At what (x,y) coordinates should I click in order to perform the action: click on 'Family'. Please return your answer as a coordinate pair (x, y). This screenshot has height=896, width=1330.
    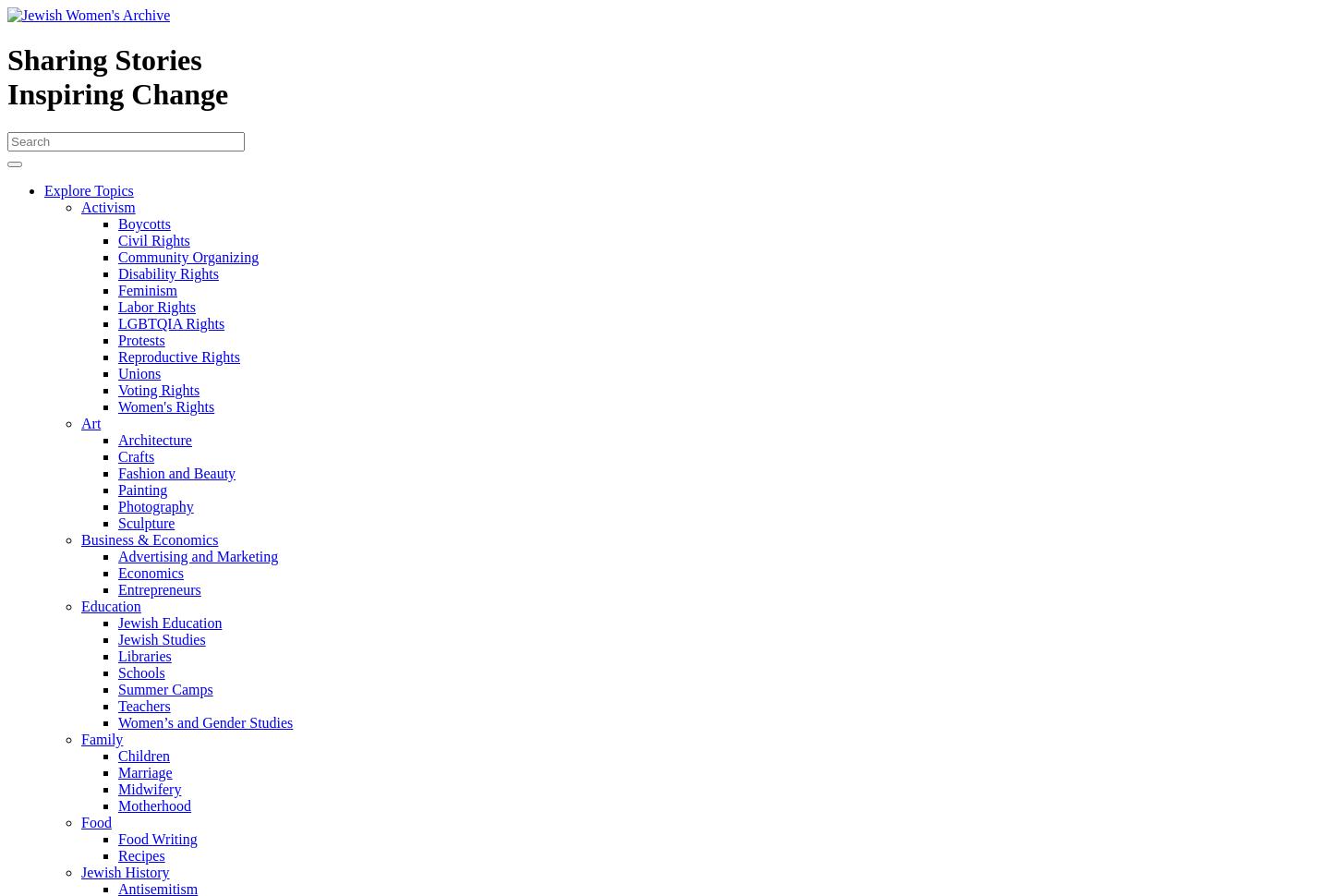
    Looking at the image, I should click on (102, 738).